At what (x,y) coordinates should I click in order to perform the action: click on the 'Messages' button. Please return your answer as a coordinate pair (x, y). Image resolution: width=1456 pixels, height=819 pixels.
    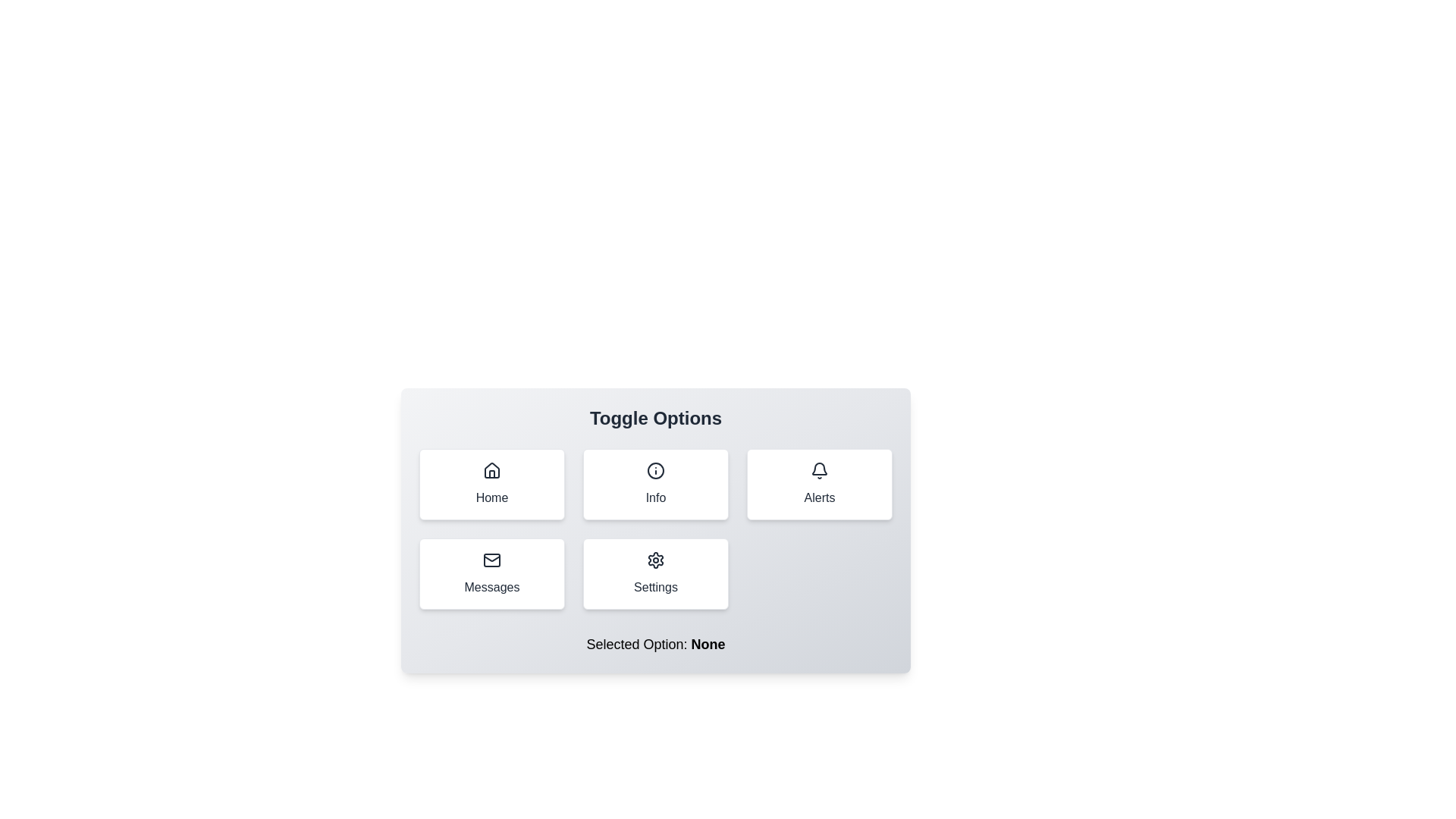
    Looking at the image, I should click on (491, 560).